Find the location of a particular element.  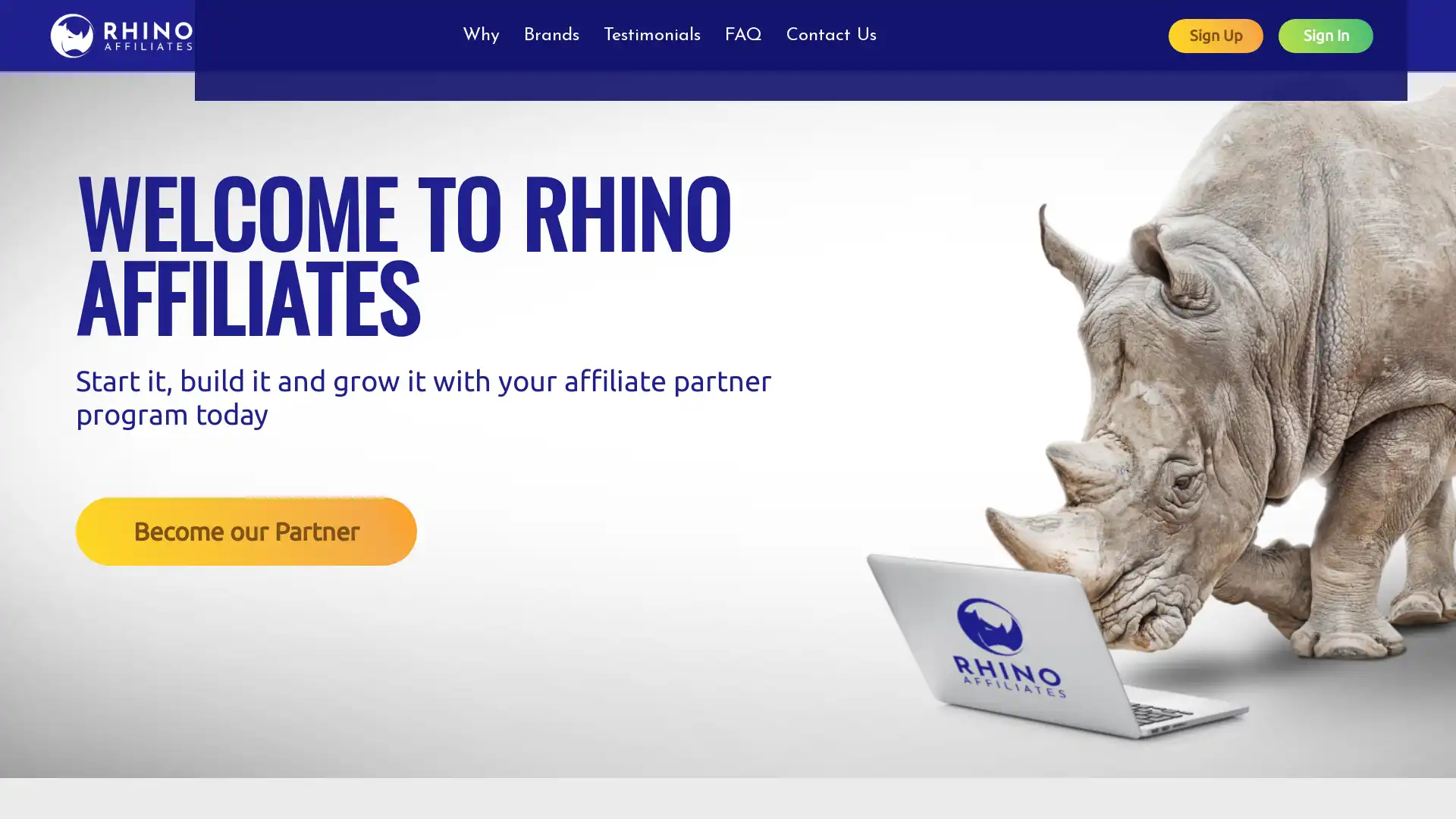

Become our Partner is located at coordinates (246, 529).